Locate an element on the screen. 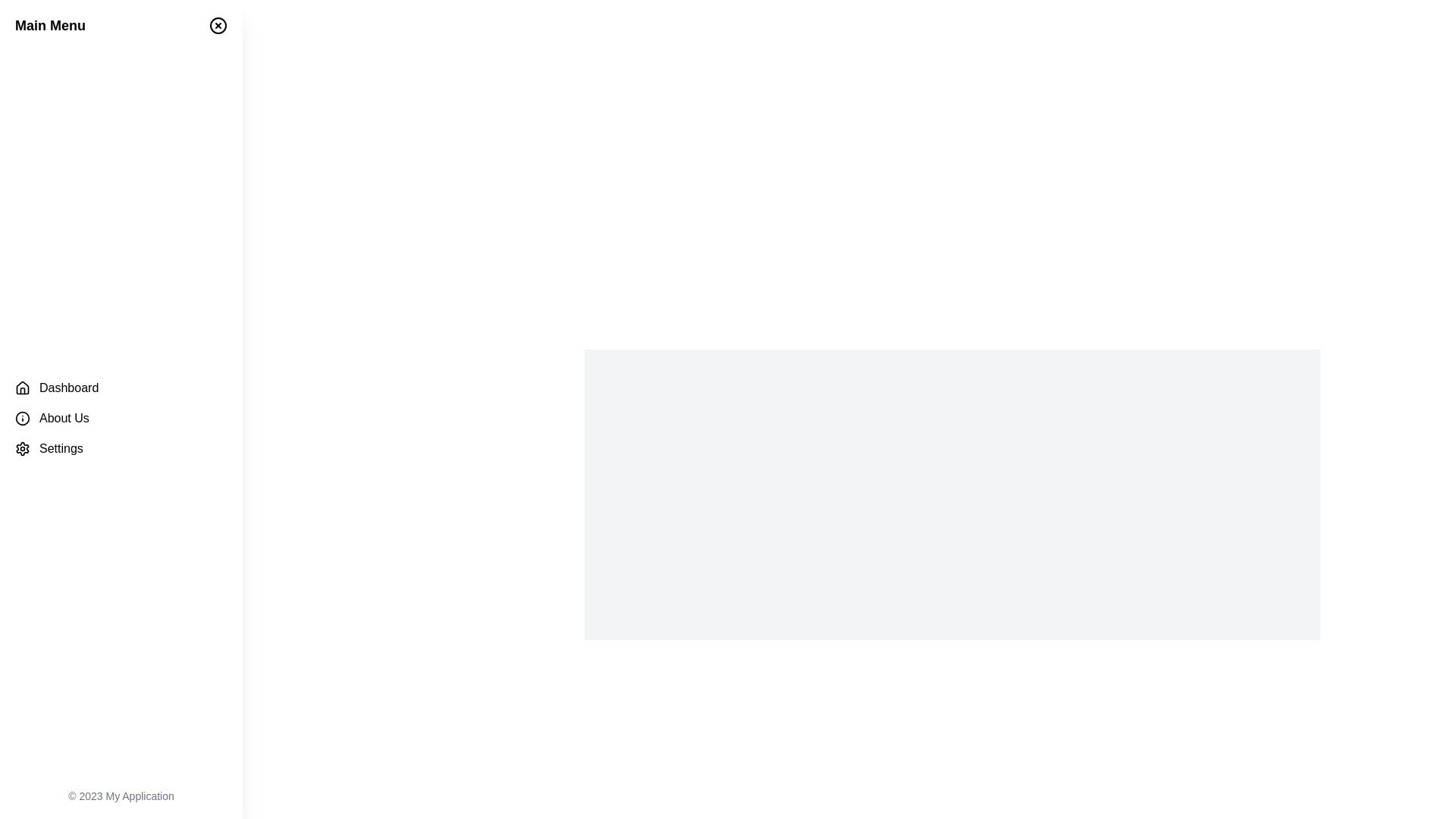 The height and width of the screenshot is (819, 1456). the 'Dashboard' icon in the left-hand side navigation bar is located at coordinates (22, 386).